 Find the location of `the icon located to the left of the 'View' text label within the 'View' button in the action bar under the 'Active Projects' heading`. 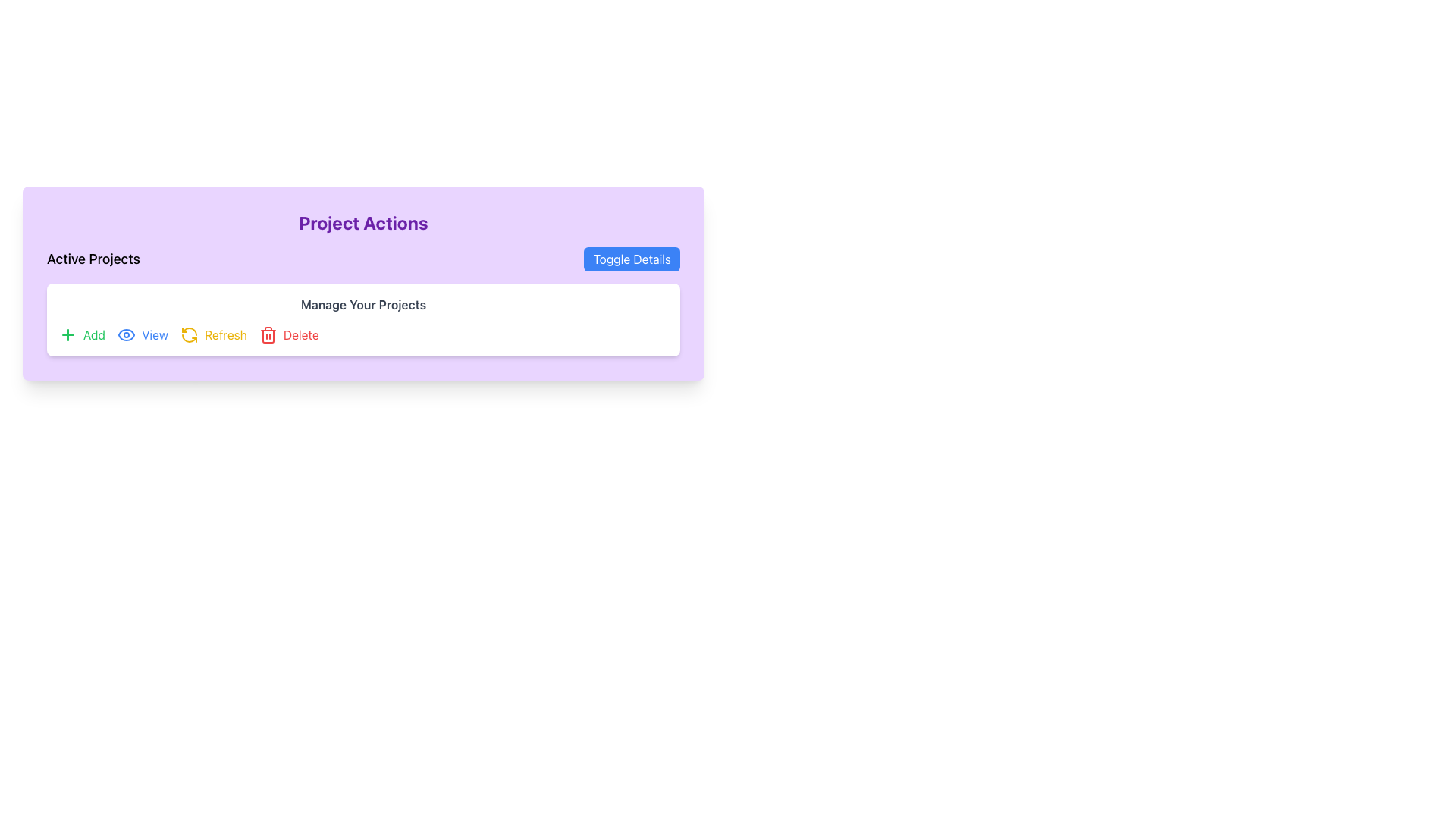

the icon located to the left of the 'View' text label within the 'View' button in the action bar under the 'Active Projects' heading is located at coordinates (127, 334).